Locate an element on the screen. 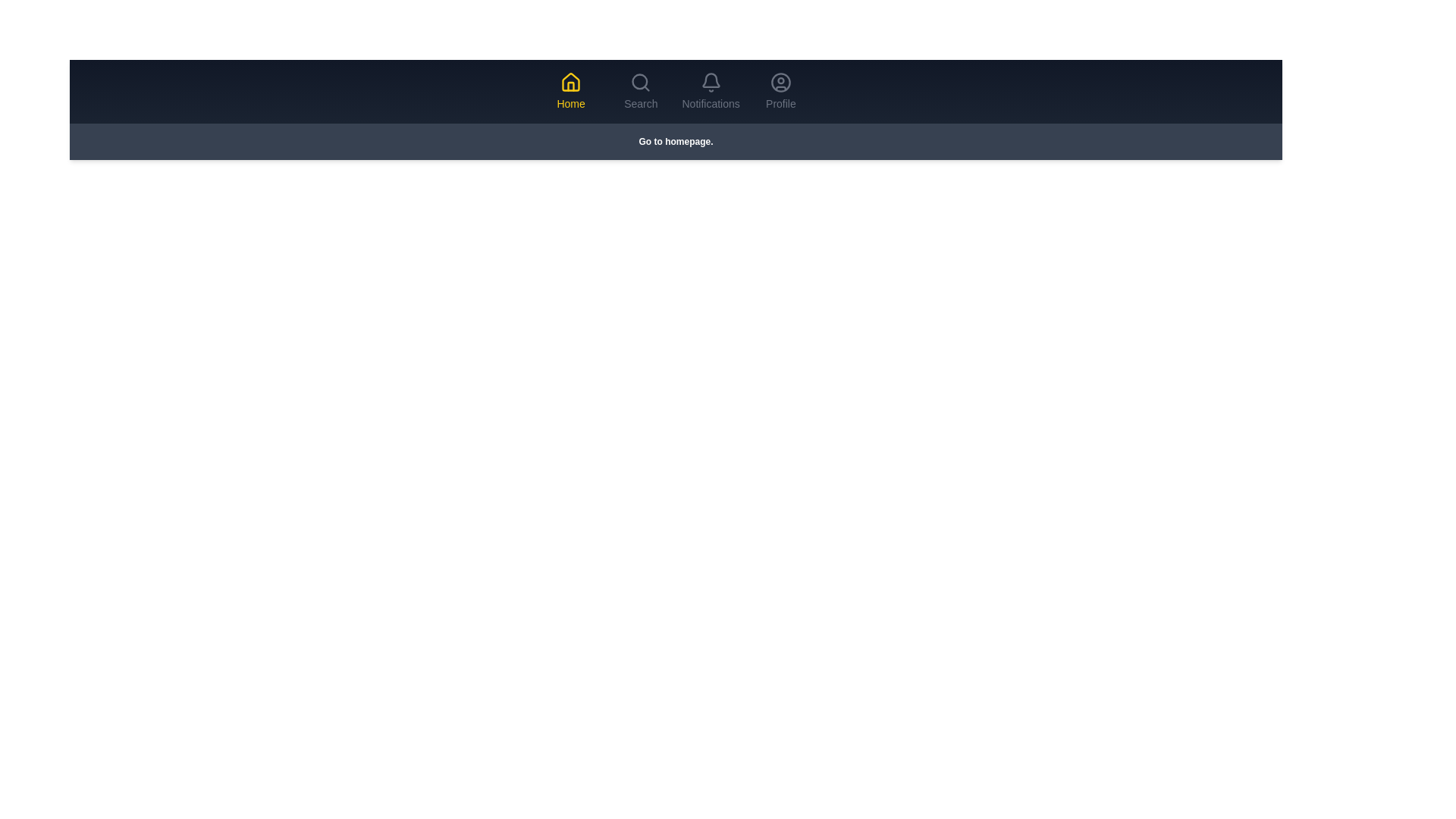 Image resolution: width=1456 pixels, height=819 pixels. the Search tab to view its content is located at coordinates (641, 91).